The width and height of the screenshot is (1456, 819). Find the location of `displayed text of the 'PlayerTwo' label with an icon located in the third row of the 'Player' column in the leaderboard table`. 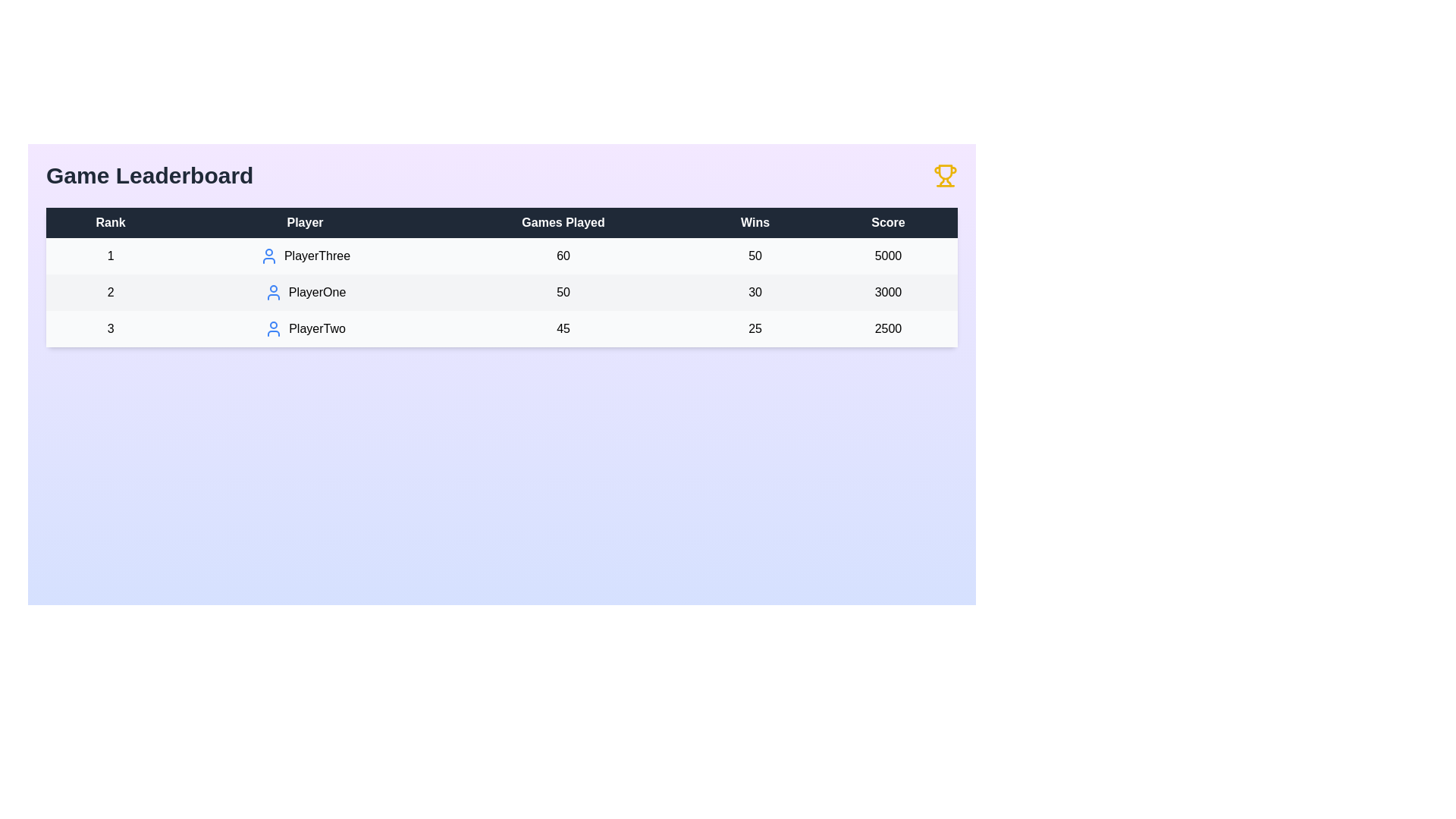

displayed text of the 'PlayerTwo' label with an icon located in the third row of the 'Player' column in the leaderboard table is located at coordinates (304, 328).